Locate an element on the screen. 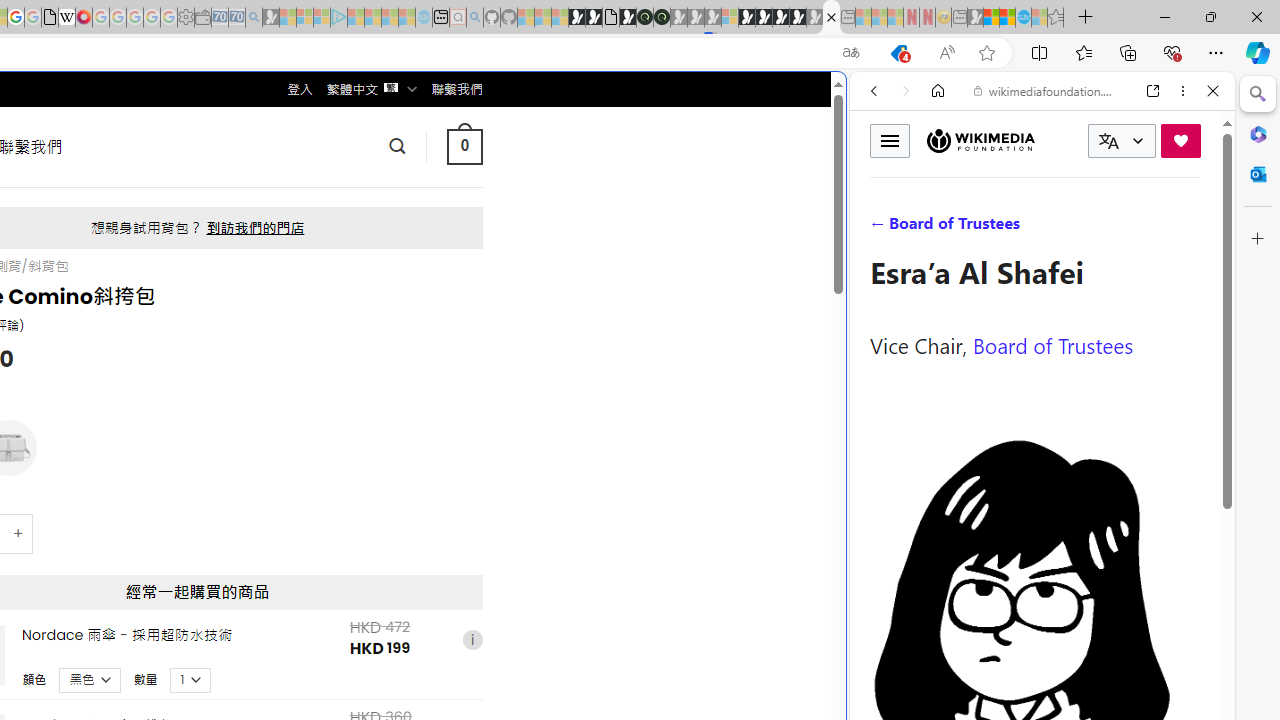 The image size is (1280, 720). 'Favorites - Sleeping' is located at coordinates (1055, 17).